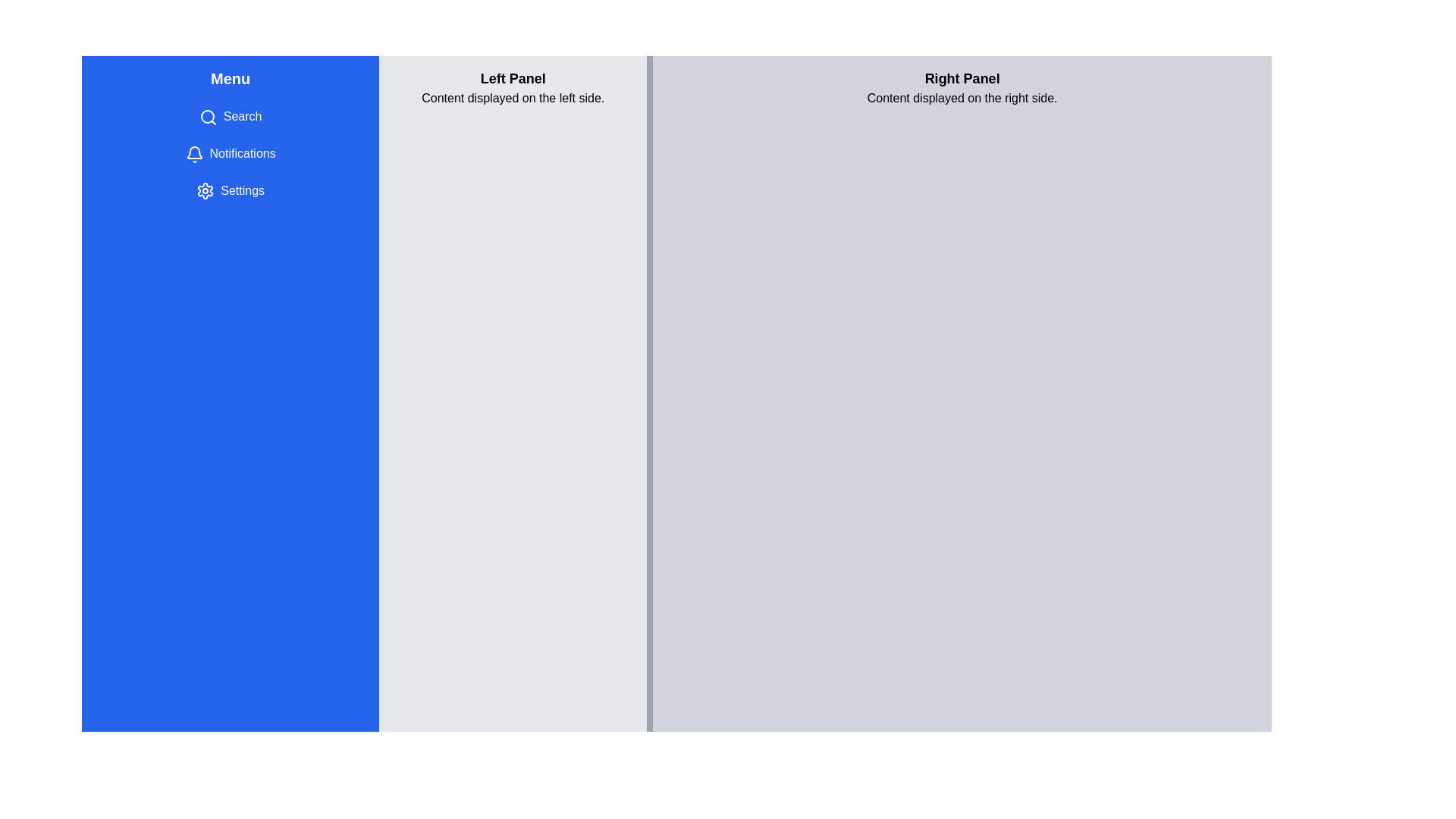 The image size is (1456, 819). What do you see at coordinates (206, 115) in the screenshot?
I see `the decorative circle within the magnifier icon in the left-side blue menu panel of the 'Search' menu option` at bounding box center [206, 115].